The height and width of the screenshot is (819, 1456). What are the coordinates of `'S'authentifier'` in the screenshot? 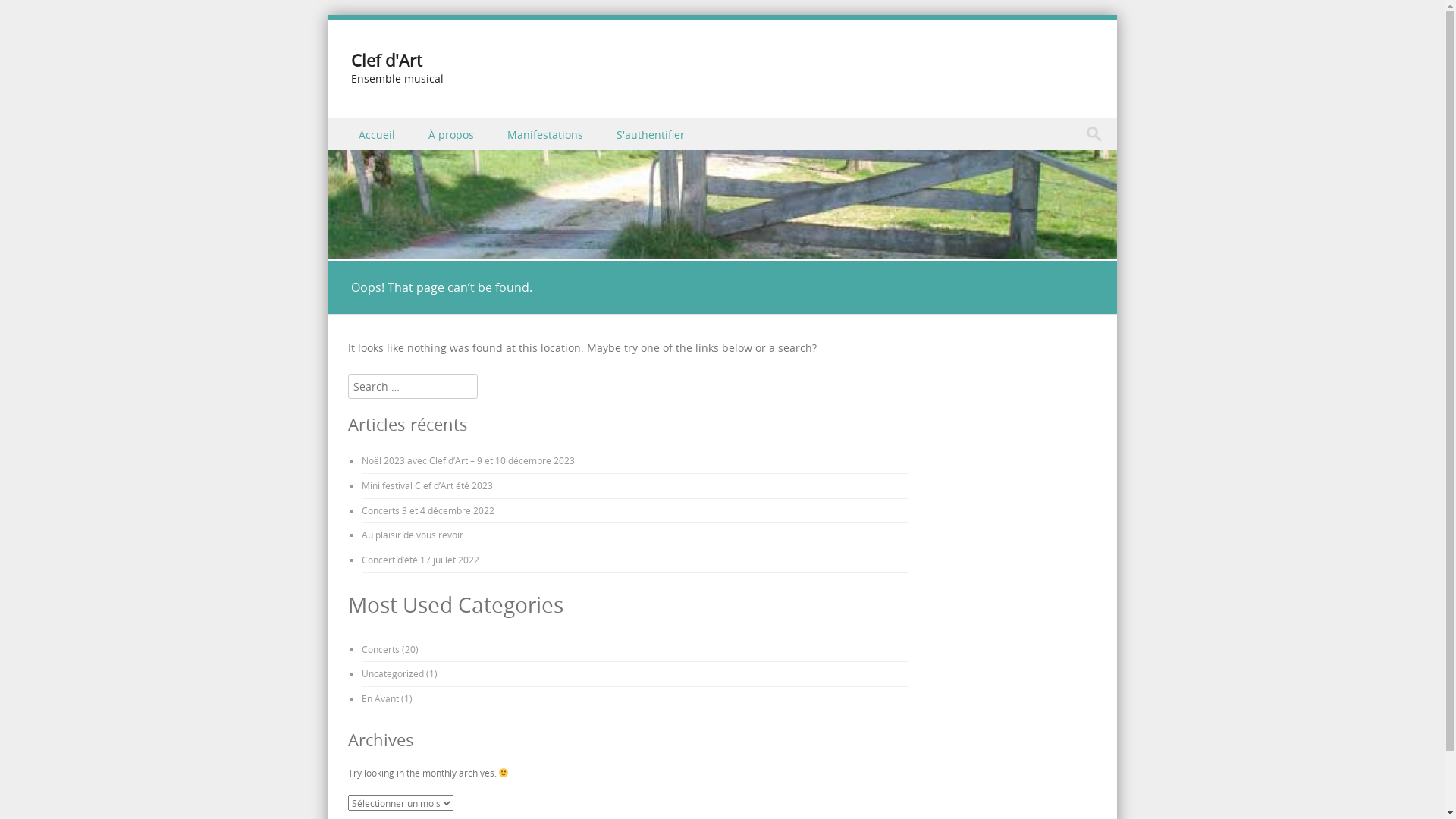 It's located at (600, 133).